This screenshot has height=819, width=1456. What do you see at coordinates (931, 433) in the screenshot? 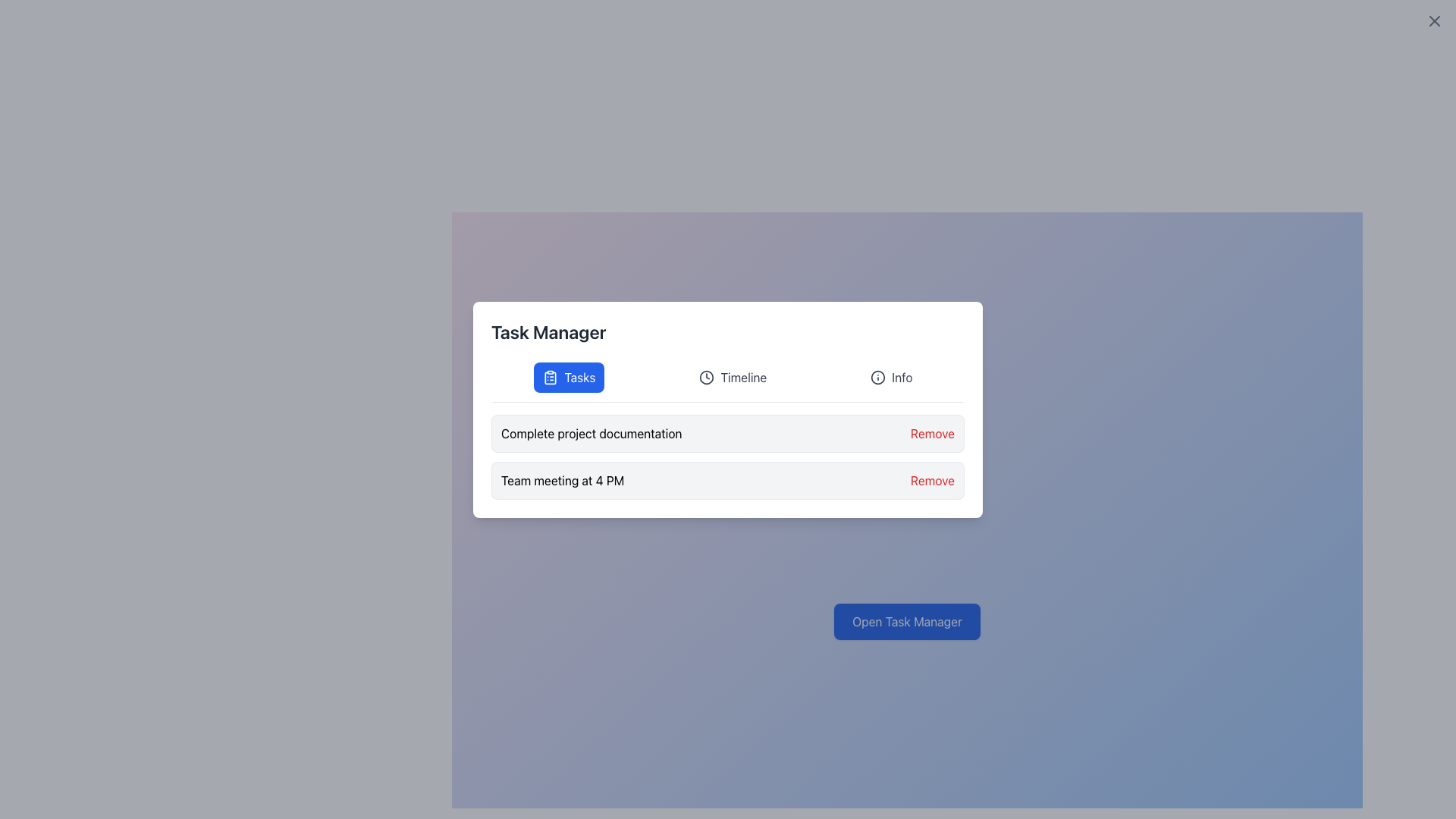
I see `the button that removes the task titled 'Complete project documentation' to underline the text` at bounding box center [931, 433].